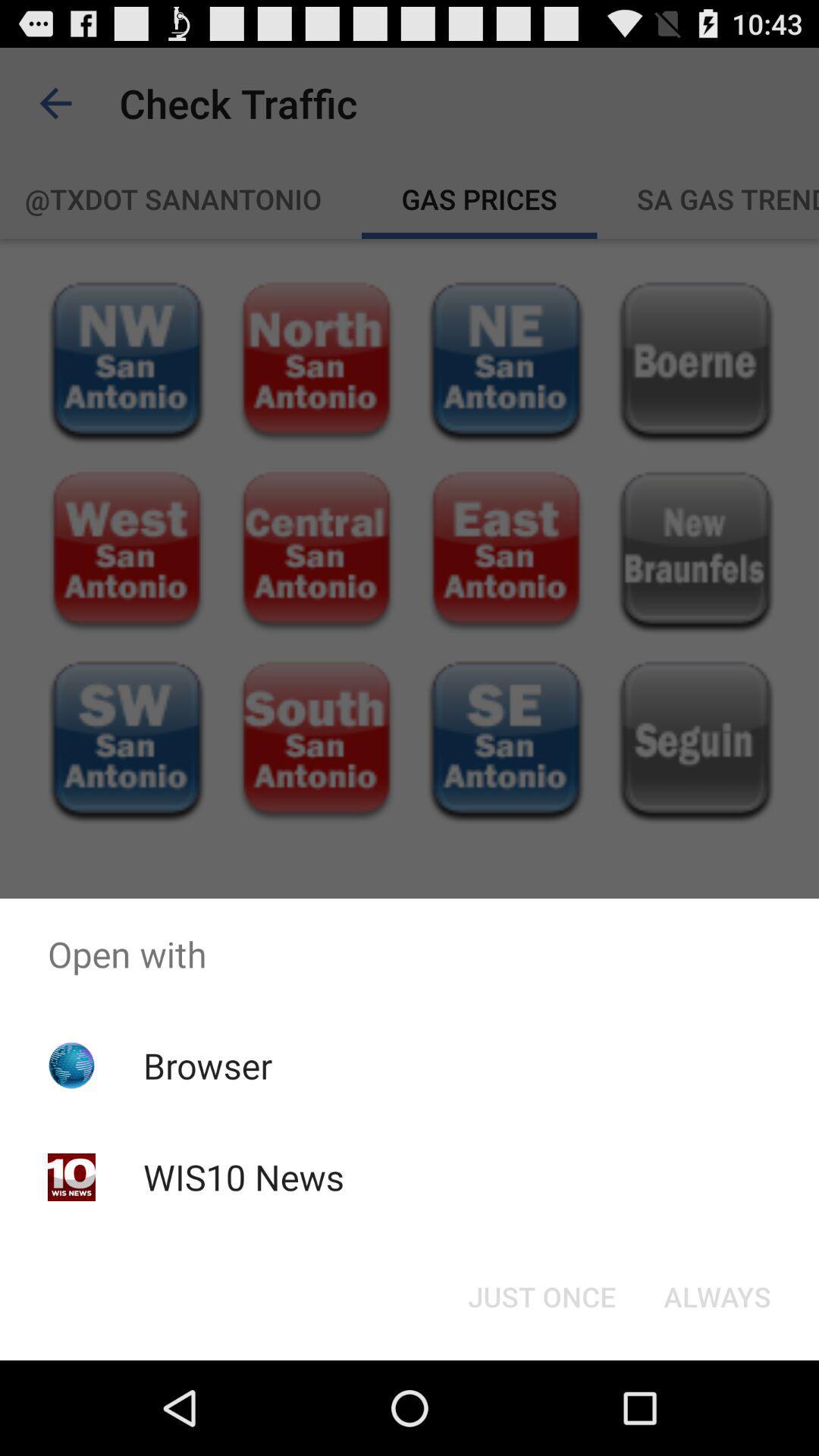 The width and height of the screenshot is (819, 1456). What do you see at coordinates (717, 1295) in the screenshot?
I see `the always` at bounding box center [717, 1295].